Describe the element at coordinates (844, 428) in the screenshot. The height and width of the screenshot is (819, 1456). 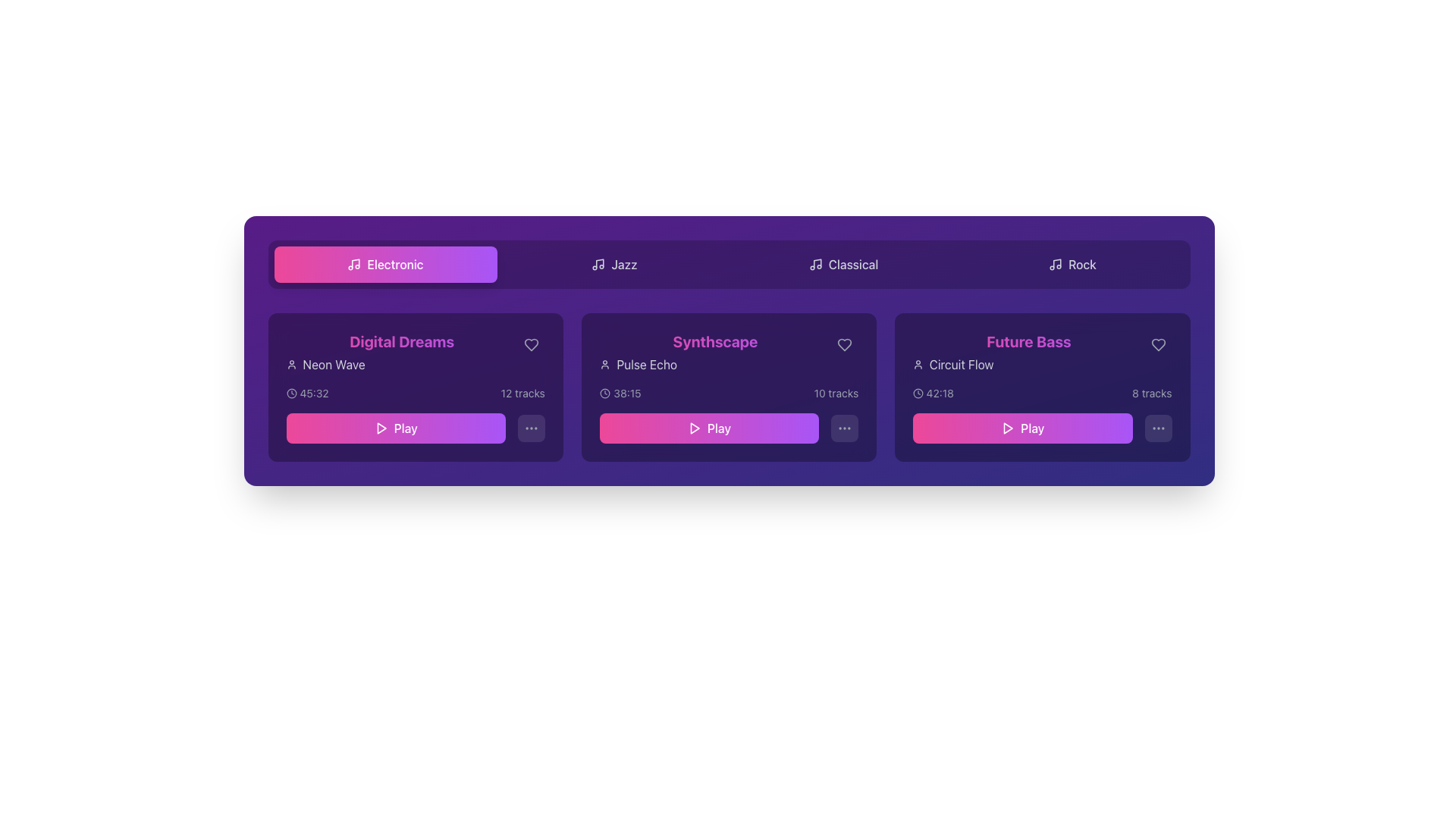
I see `the ellipsis button located at the right end of the control bar of the 'Synthscape' card` at that location.